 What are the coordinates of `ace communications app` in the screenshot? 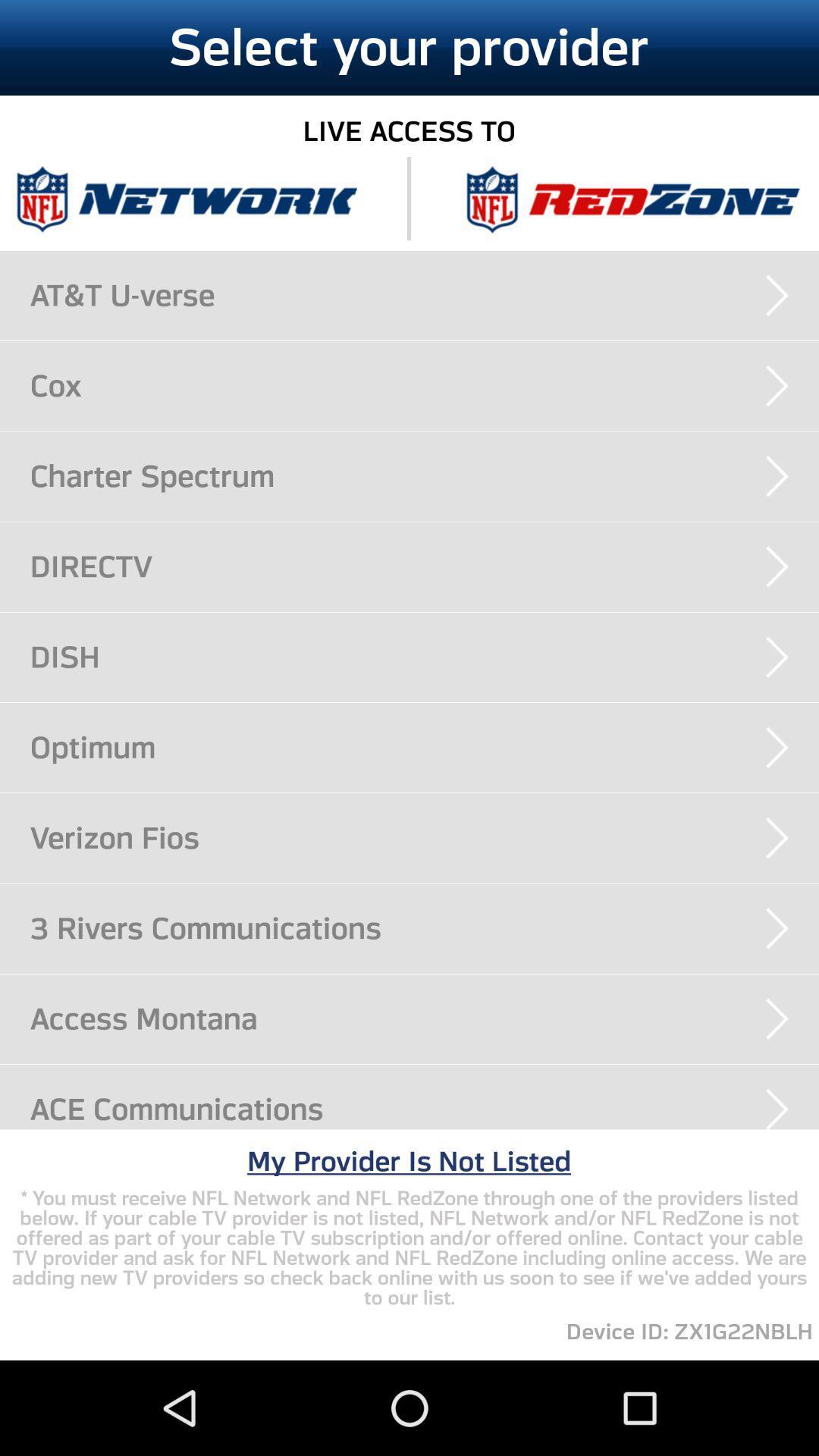 It's located at (424, 1109).